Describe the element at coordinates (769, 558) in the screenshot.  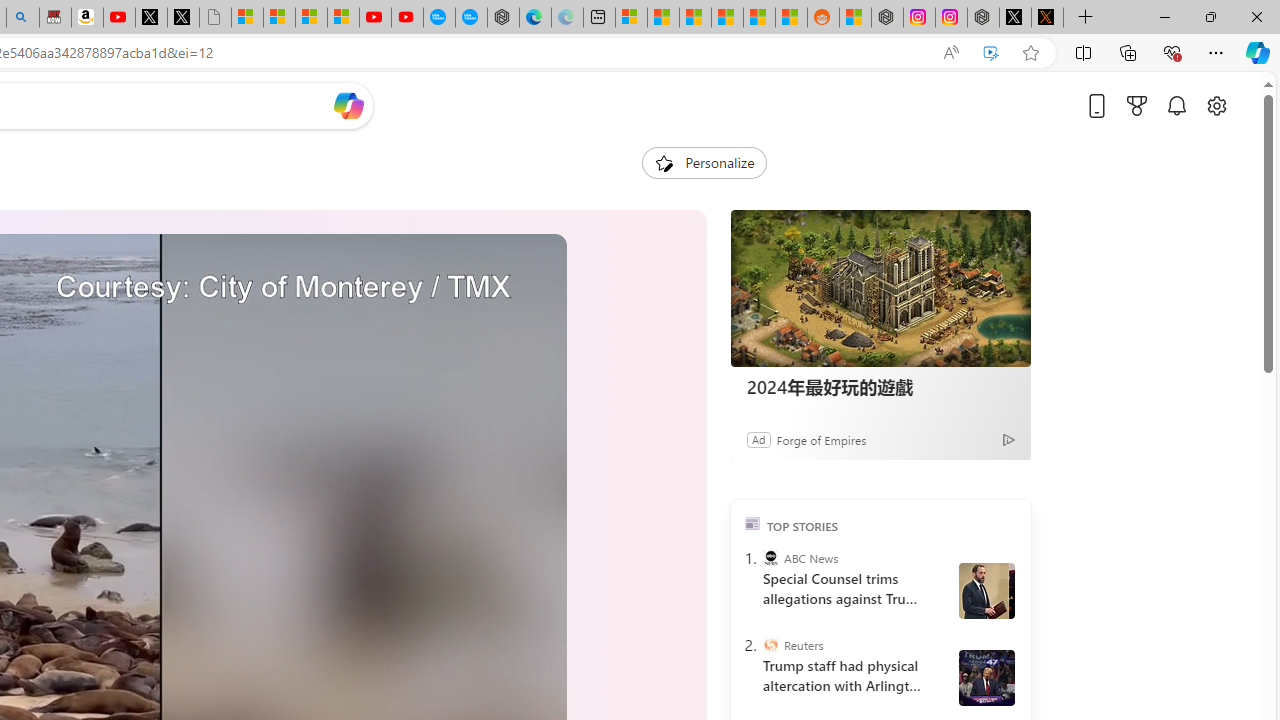
I see `'ABC News'` at that location.